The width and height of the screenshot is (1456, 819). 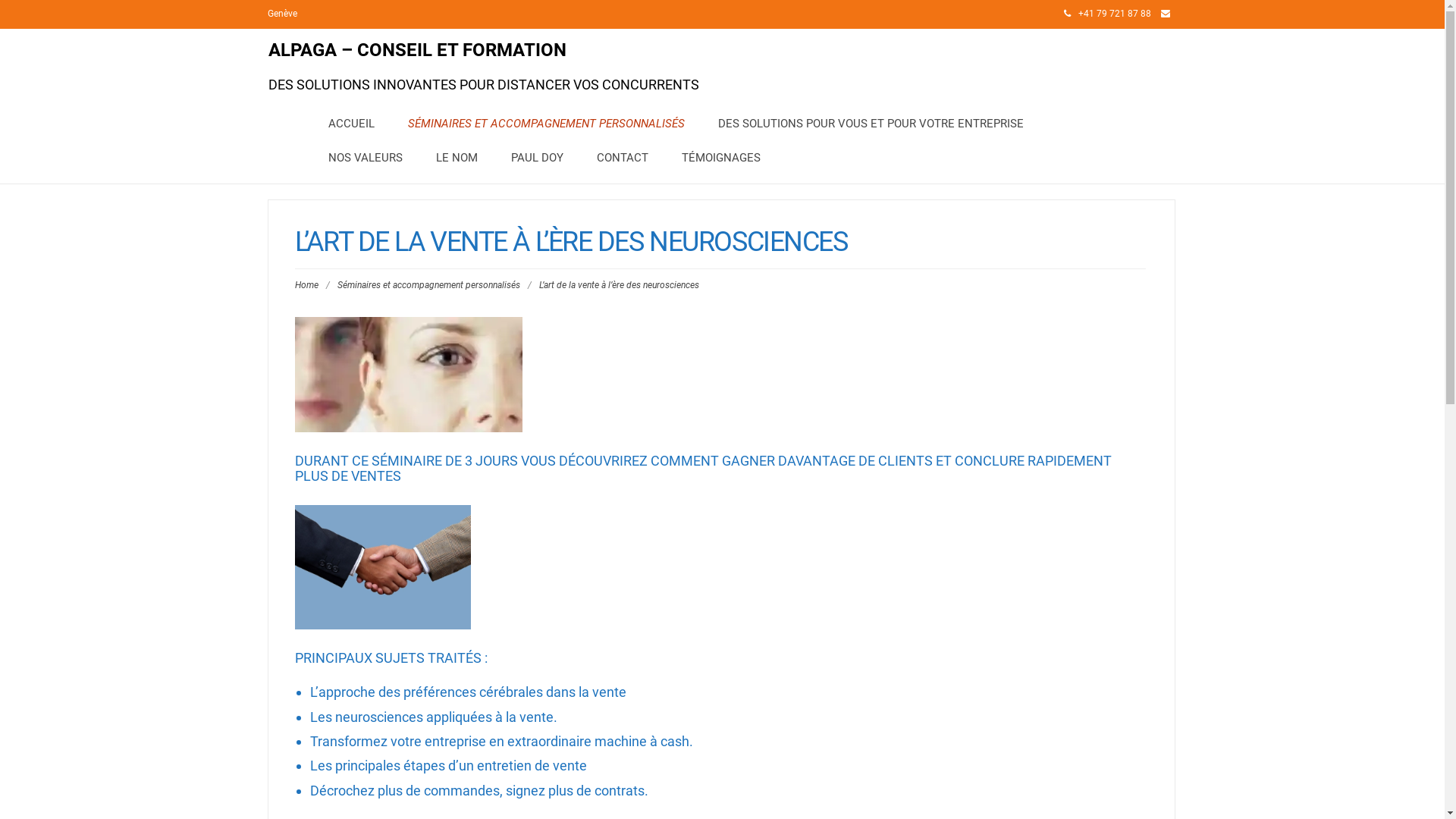 What do you see at coordinates (419, 158) in the screenshot?
I see `'LE NOM'` at bounding box center [419, 158].